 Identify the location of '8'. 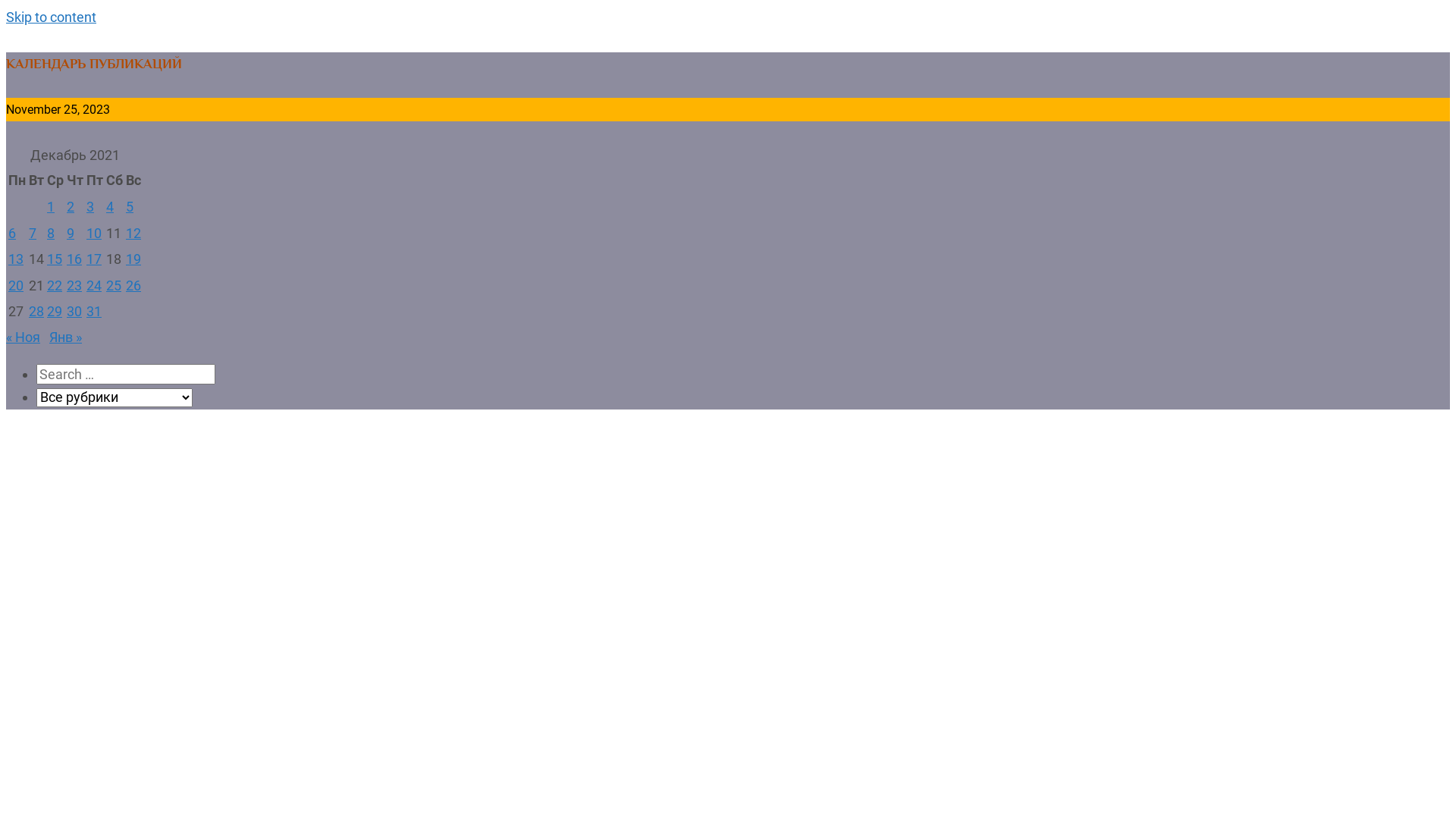
(51, 233).